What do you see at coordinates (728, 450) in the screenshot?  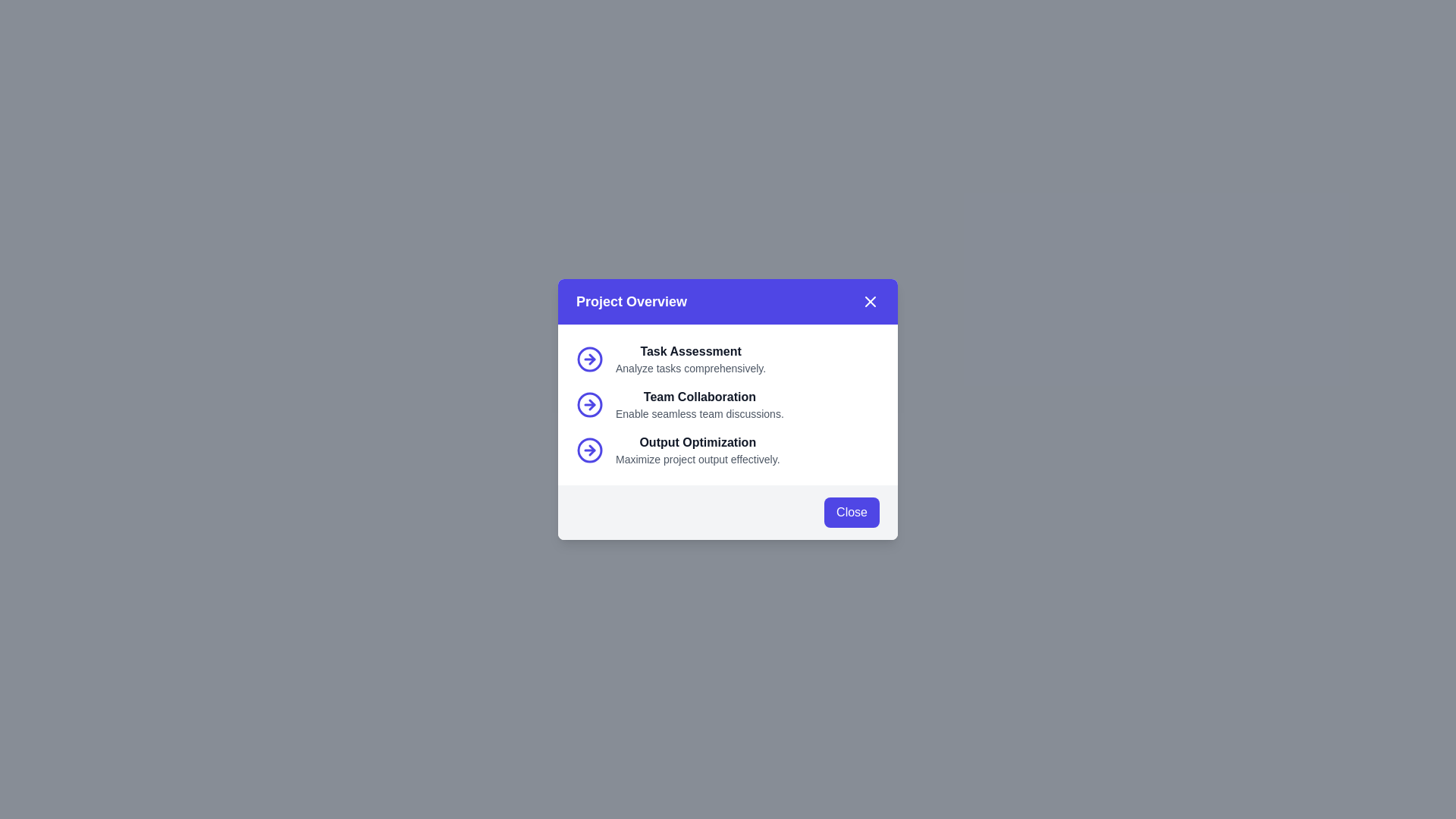 I see `the informational text block with an icon that summarizes the purpose and goal of optimizing output, located below the 'Team Collaboration' section in the modal dialog` at bounding box center [728, 450].